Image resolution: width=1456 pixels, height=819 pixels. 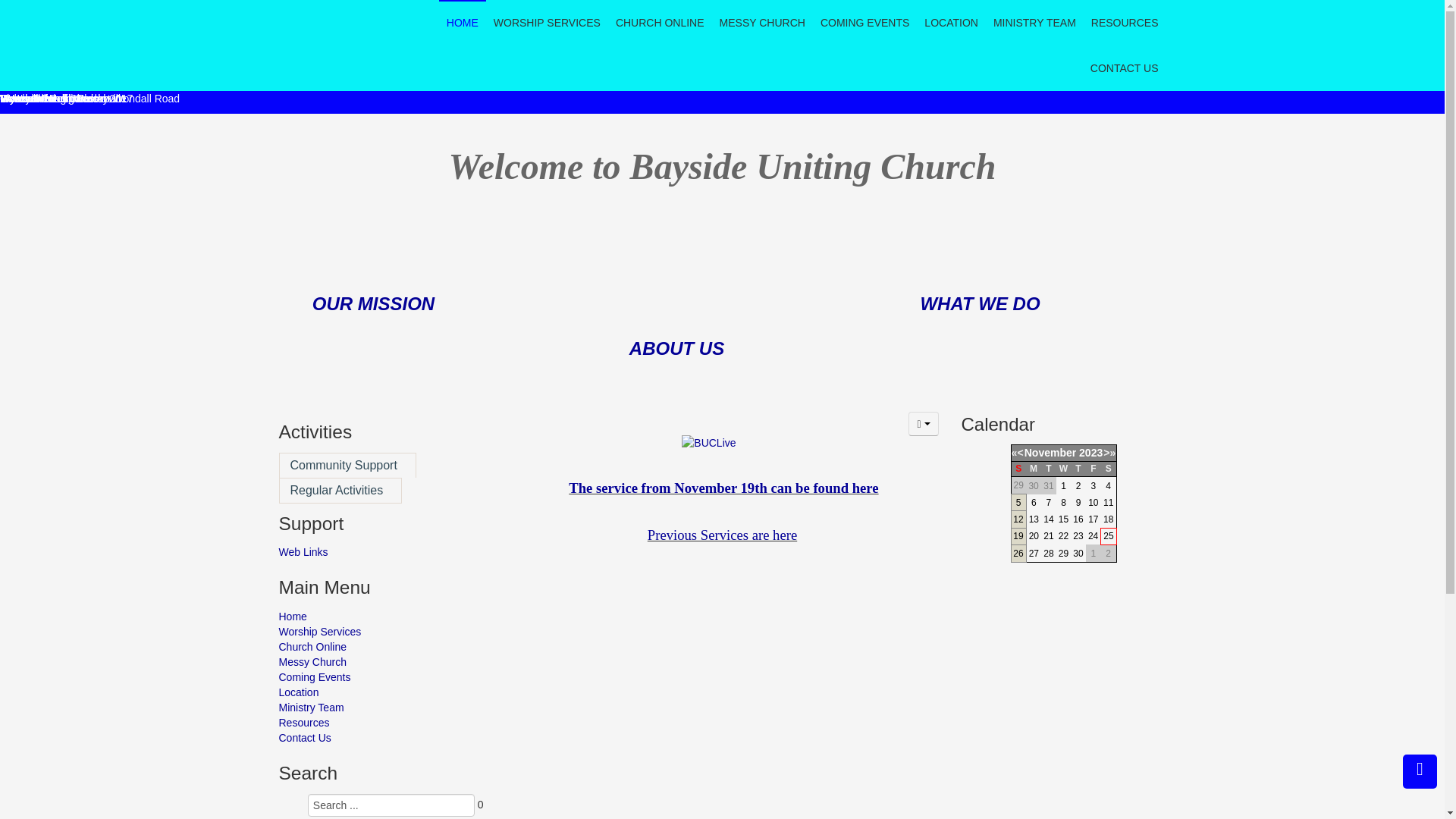 I want to click on 'Regular Activities', so click(x=340, y=491).